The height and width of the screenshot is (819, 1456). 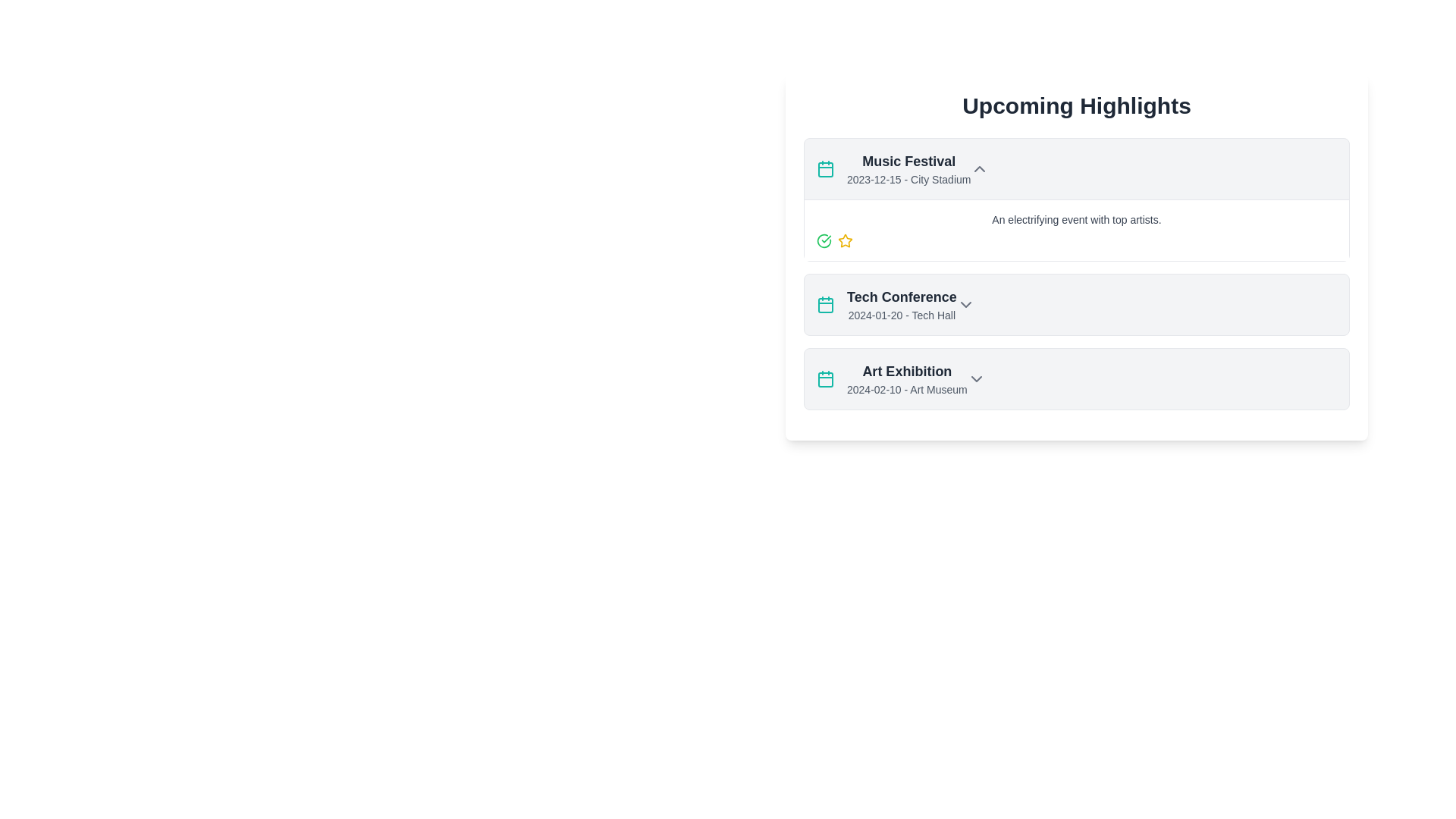 I want to click on the Icon component within the SVG calendar illustration, which indicates a date or event, located at the top-left corner of the first event entry next to the 'Music Festival' title, so click(x=825, y=169).